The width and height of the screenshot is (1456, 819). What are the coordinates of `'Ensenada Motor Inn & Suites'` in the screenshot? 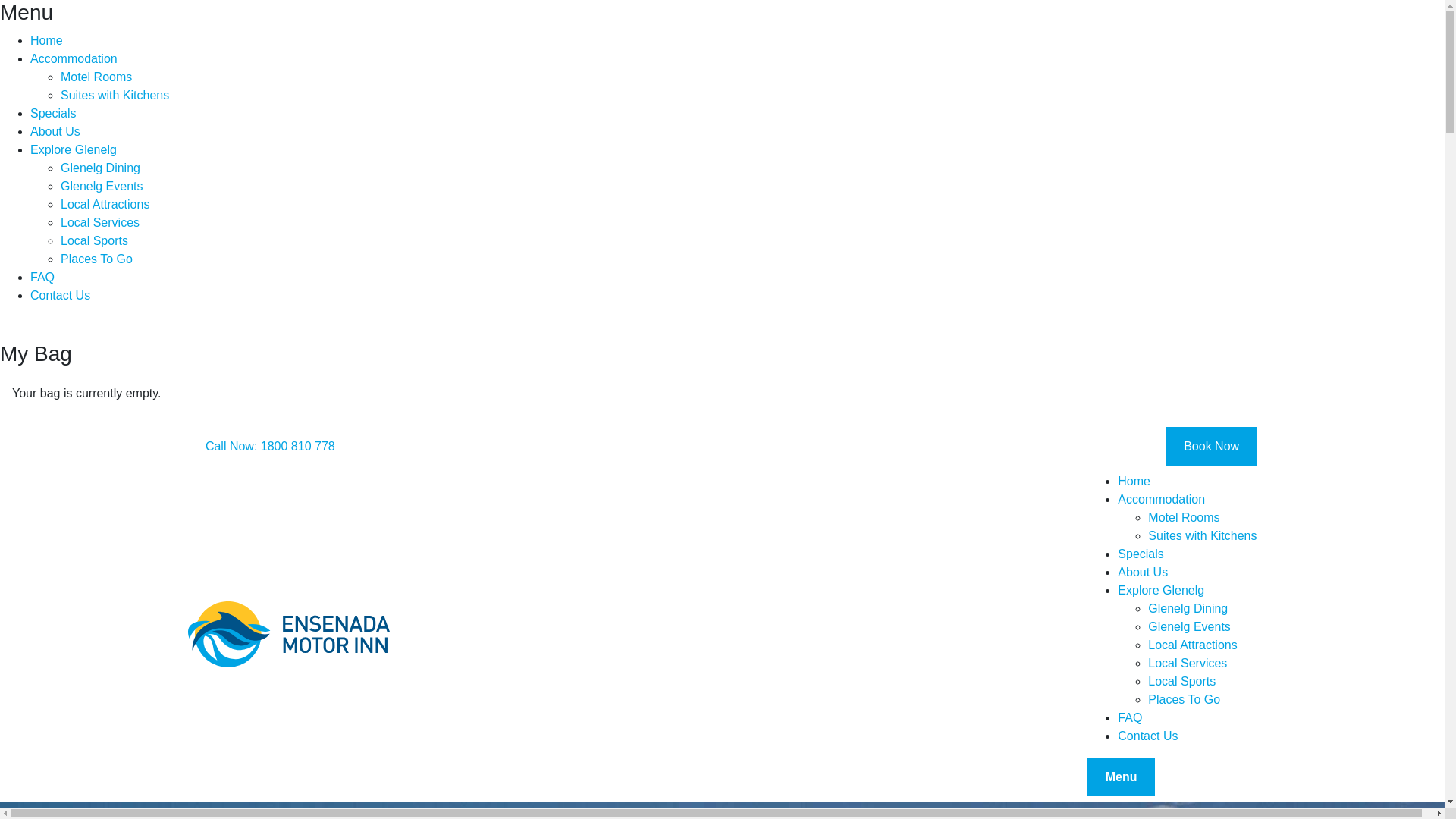 It's located at (288, 635).